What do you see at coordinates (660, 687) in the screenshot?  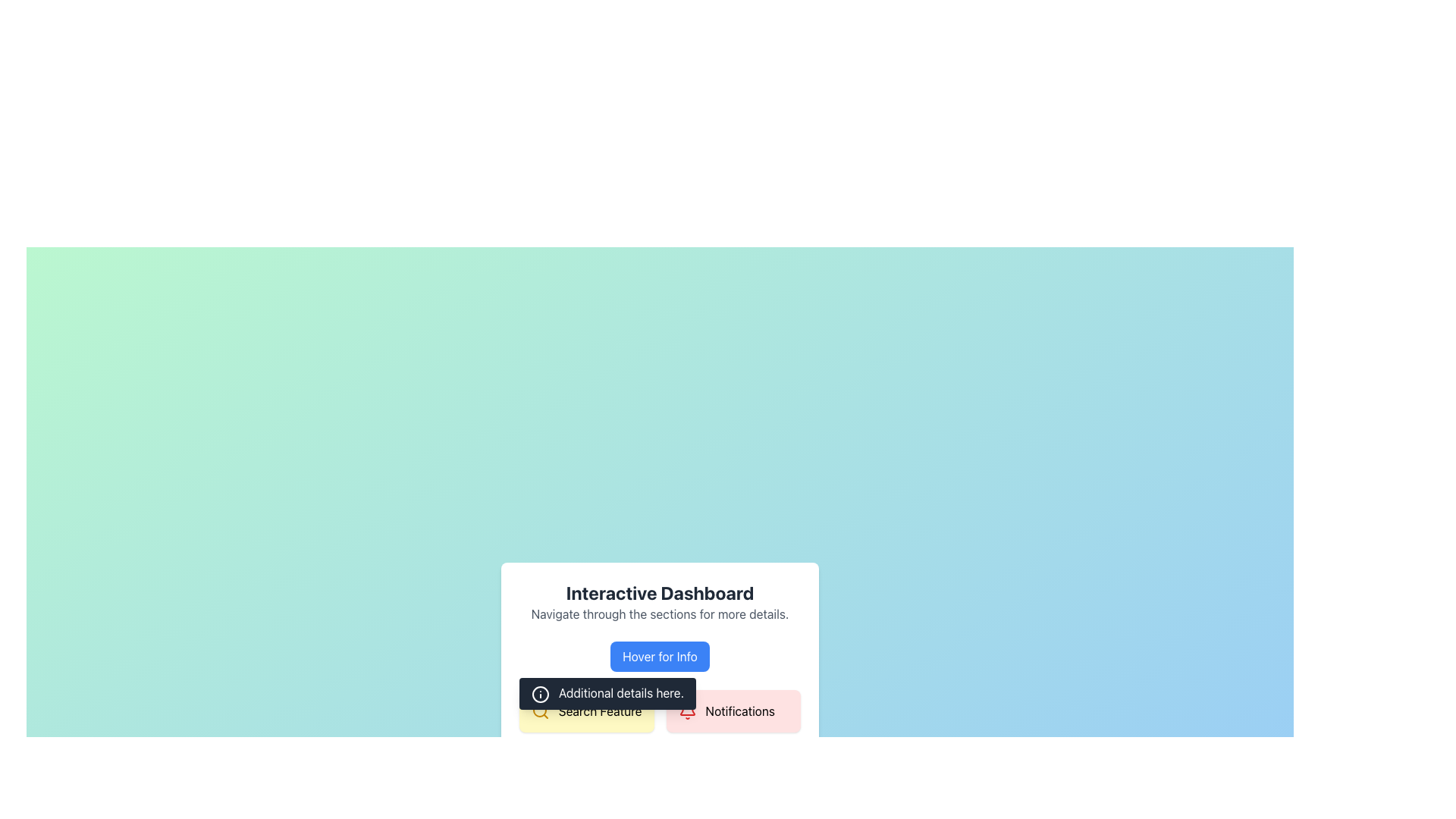 I see `the interactive tiles in the composite section that provides access to 'Search Feature' and 'Notifications'` at bounding box center [660, 687].